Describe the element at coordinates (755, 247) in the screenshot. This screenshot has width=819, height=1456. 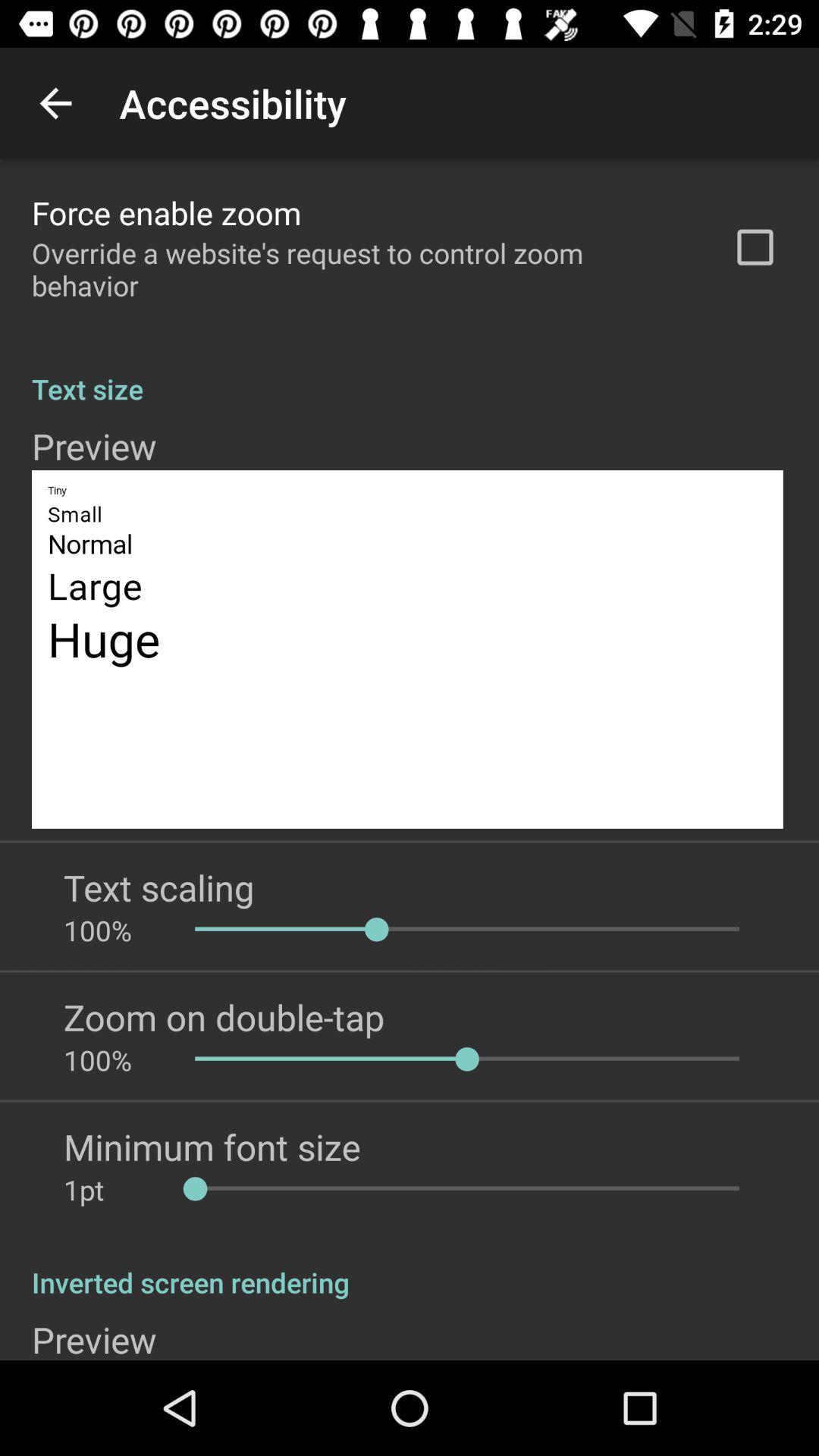
I see `the box which is beside the force enable zoom` at that location.